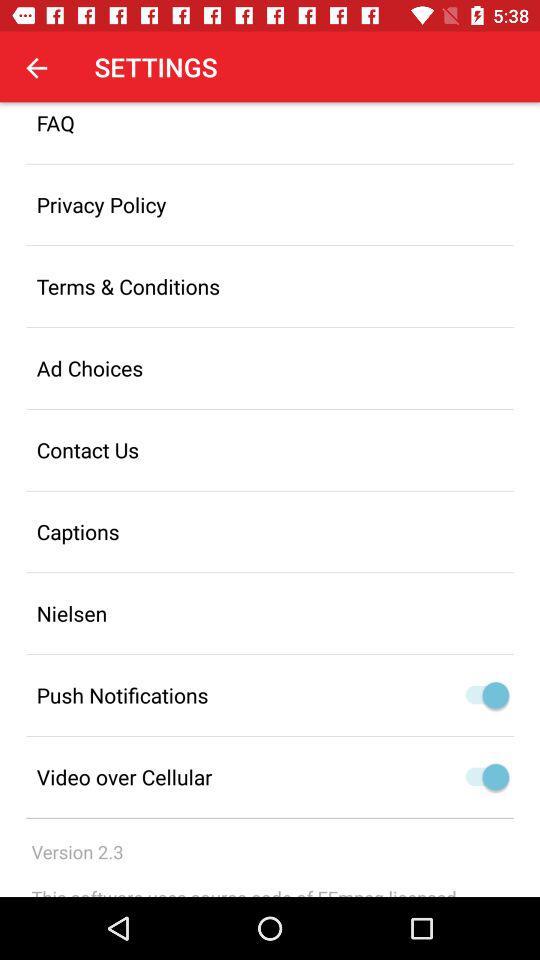 The width and height of the screenshot is (540, 960). What do you see at coordinates (76, 851) in the screenshot?
I see `the version 2.3 icon` at bounding box center [76, 851].